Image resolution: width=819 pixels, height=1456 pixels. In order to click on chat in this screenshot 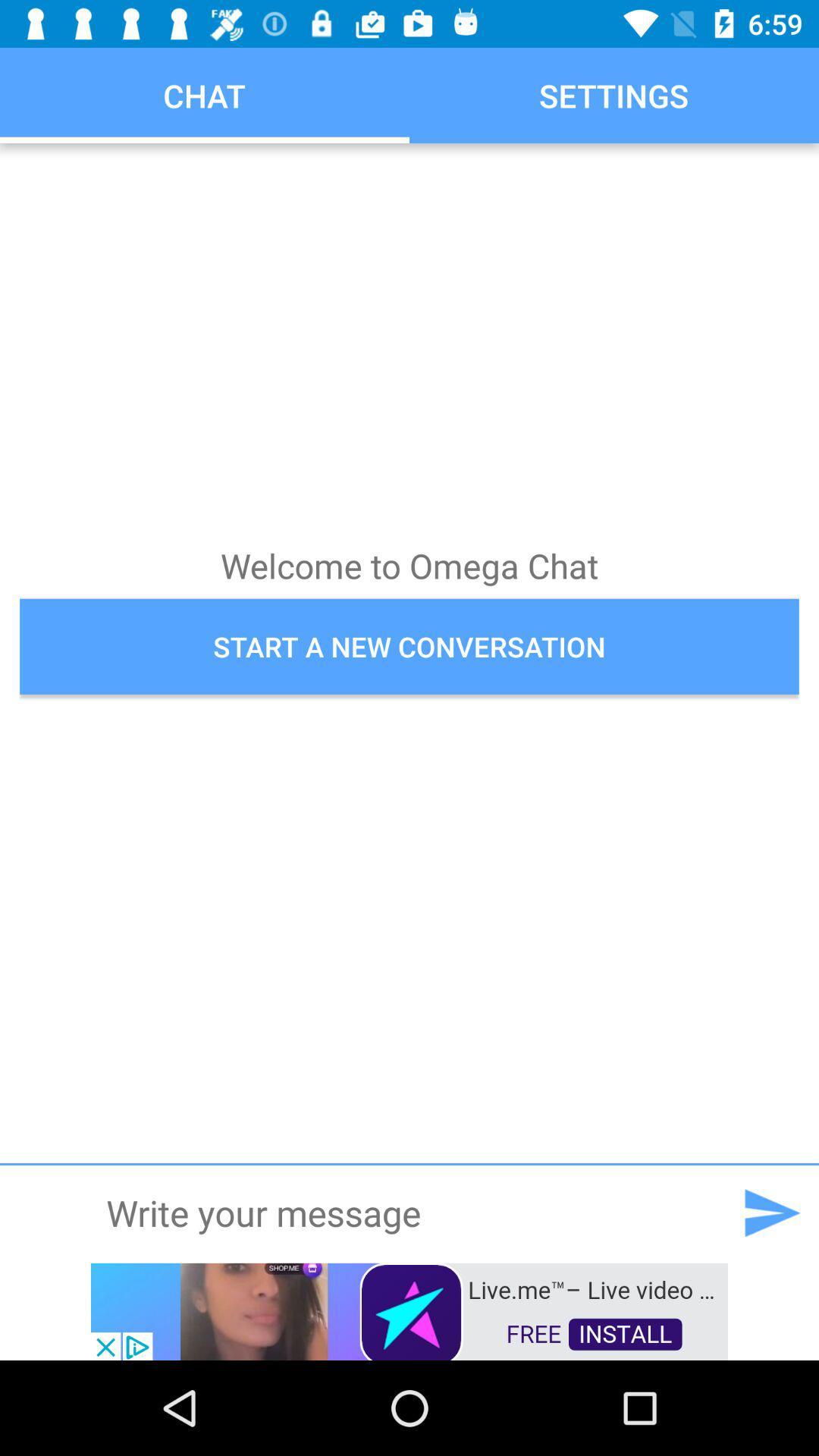, I will do `click(408, 1212)`.